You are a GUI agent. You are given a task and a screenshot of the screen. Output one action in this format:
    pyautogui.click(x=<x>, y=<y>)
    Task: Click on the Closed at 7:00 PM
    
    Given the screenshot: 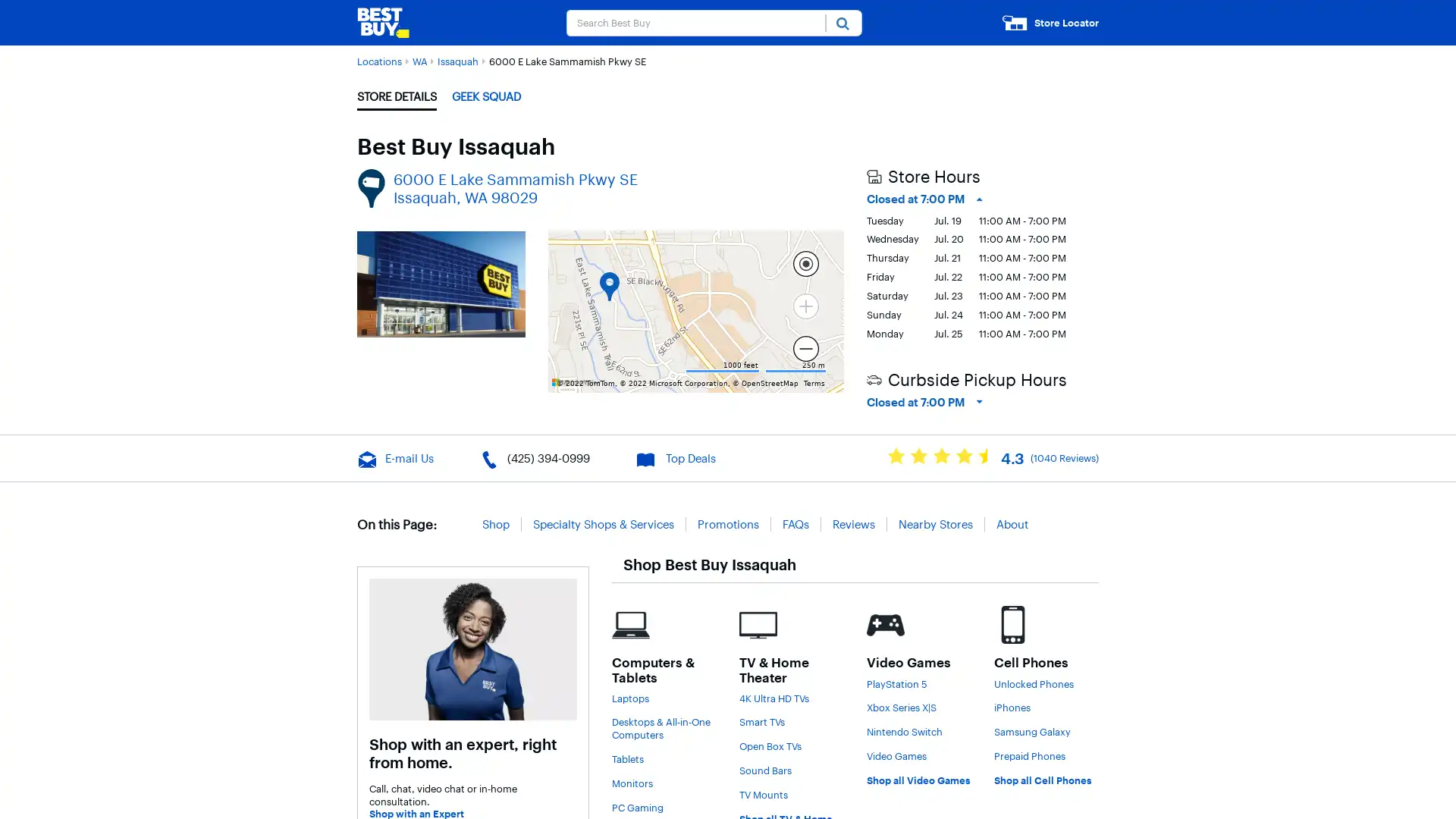 What is the action you would take?
    pyautogui.click(x=924, y=402)
    